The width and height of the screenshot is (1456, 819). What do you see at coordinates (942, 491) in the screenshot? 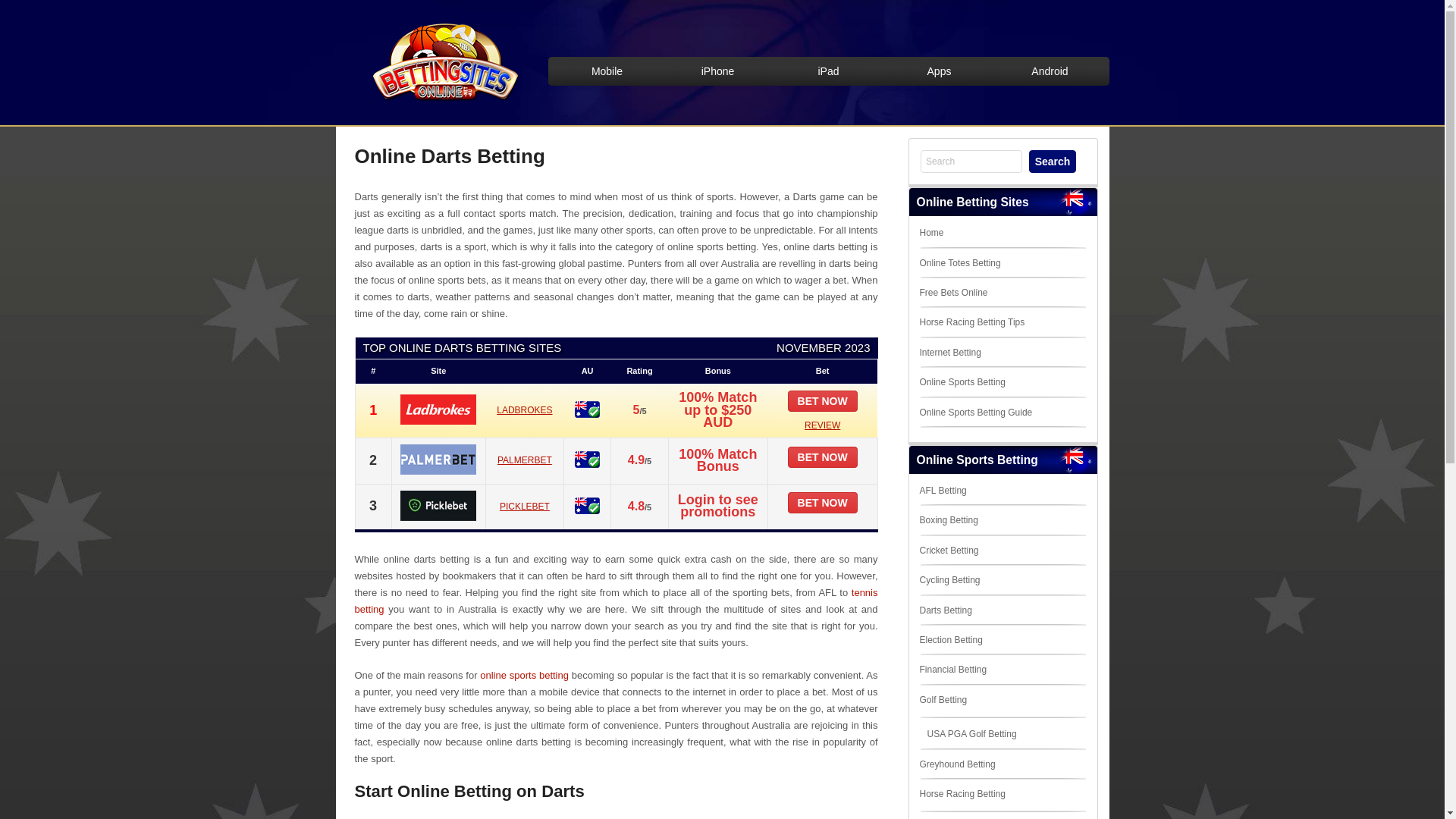
I see `'AFL Betting'` at bounding box center [942, 491].